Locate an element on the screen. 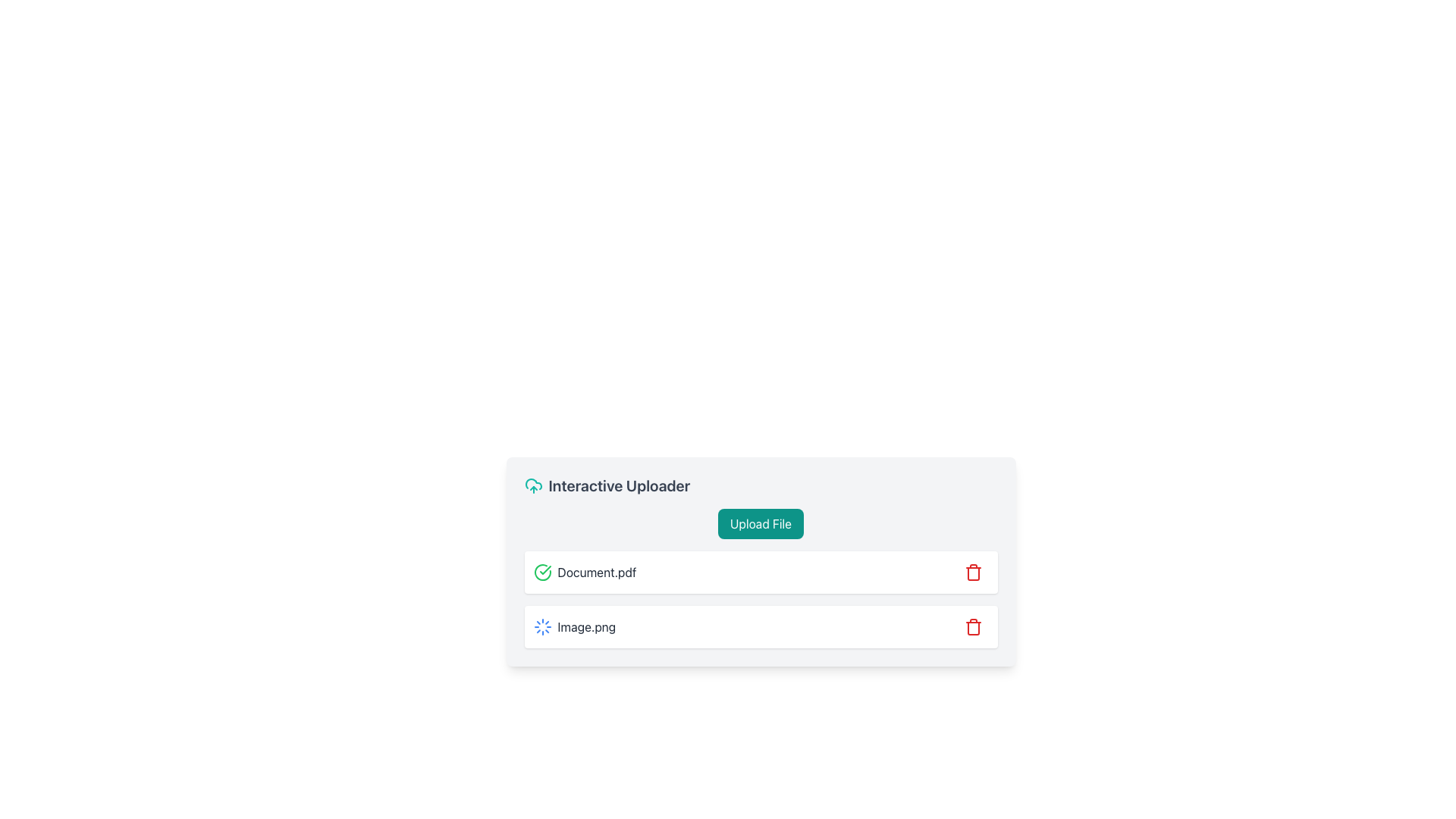  the 'Document.pdf' file label with a green checkmark icon, despite it being marked as non-interactive is located at coordinates (584, 573).